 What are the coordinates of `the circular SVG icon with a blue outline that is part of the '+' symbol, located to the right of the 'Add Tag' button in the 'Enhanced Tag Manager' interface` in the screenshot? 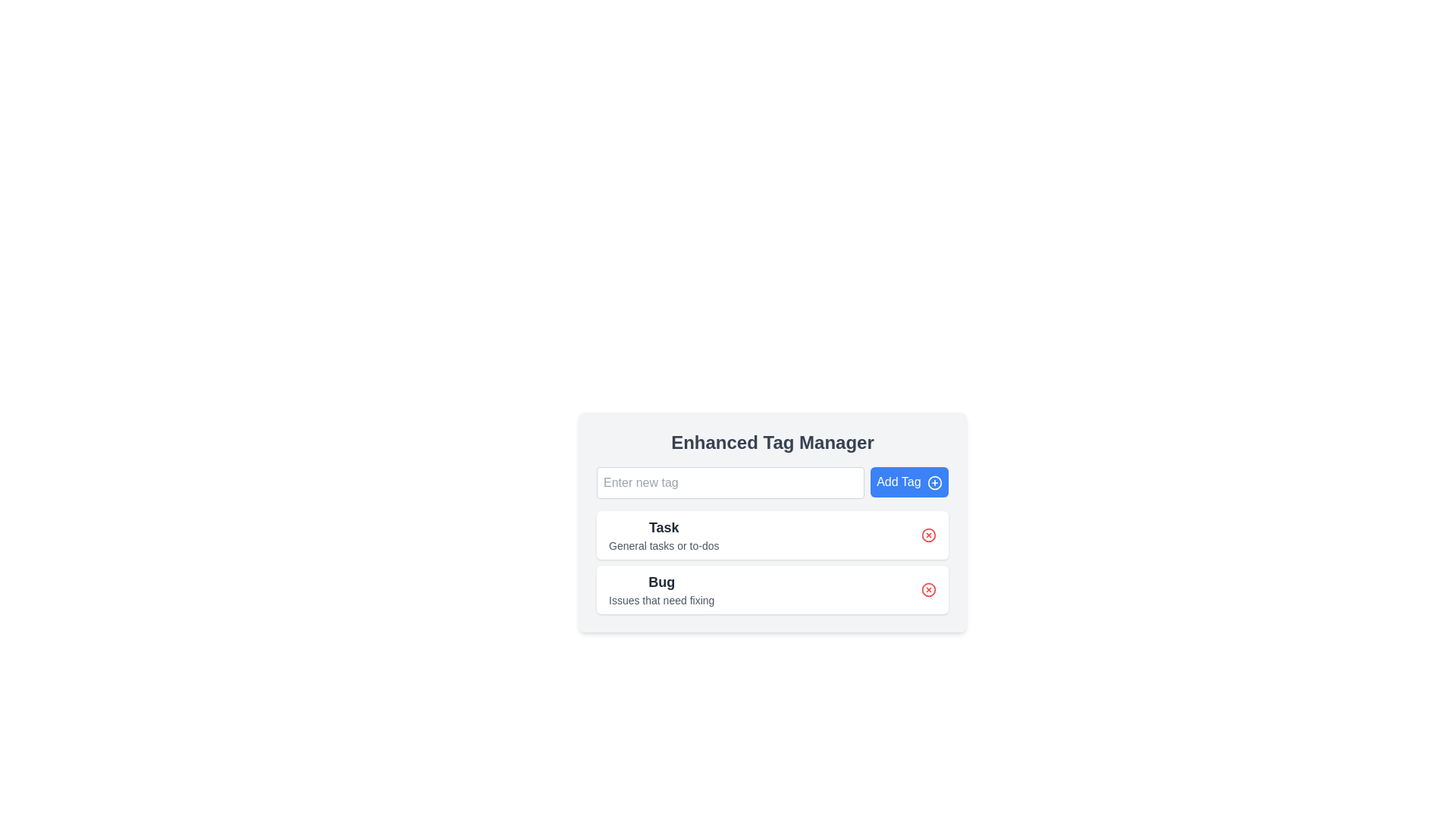 It's located at (934, 482).